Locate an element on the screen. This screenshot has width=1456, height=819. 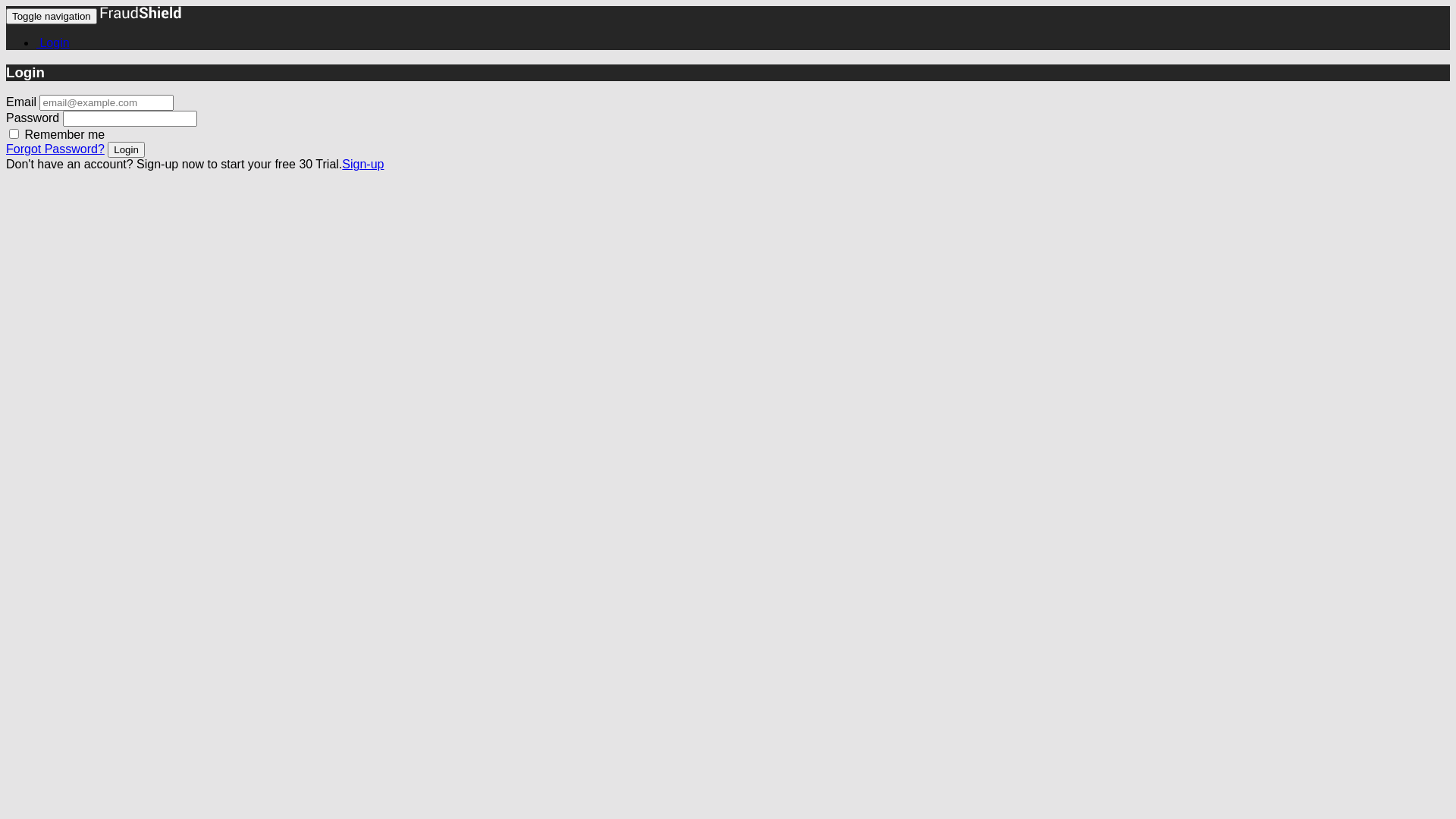
'Forgot Password?' is located at coordinates (55, 149).